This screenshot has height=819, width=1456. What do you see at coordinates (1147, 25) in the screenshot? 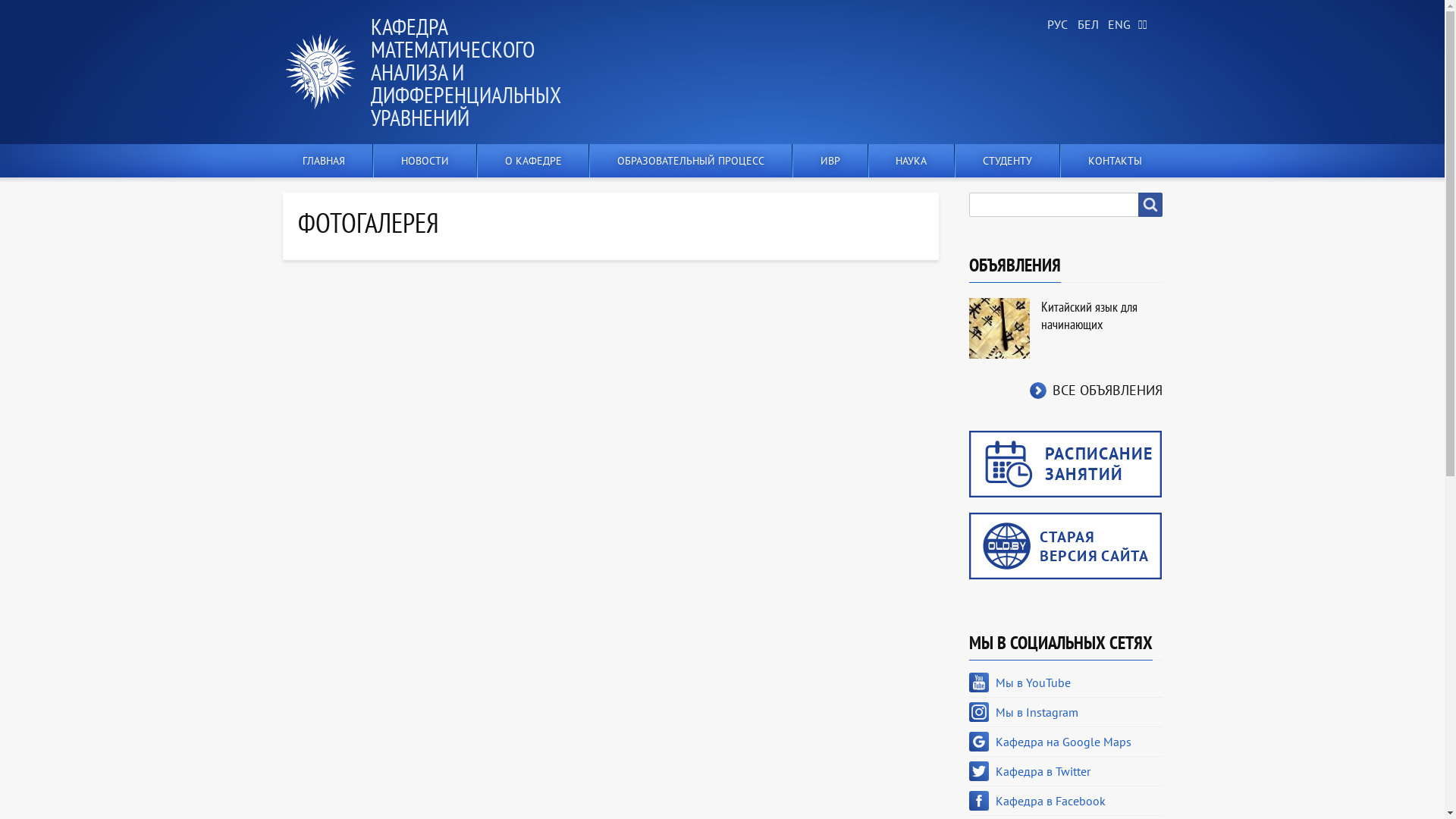
I see `'Chinese, Traditional'` at bounding box center [1147, 25].